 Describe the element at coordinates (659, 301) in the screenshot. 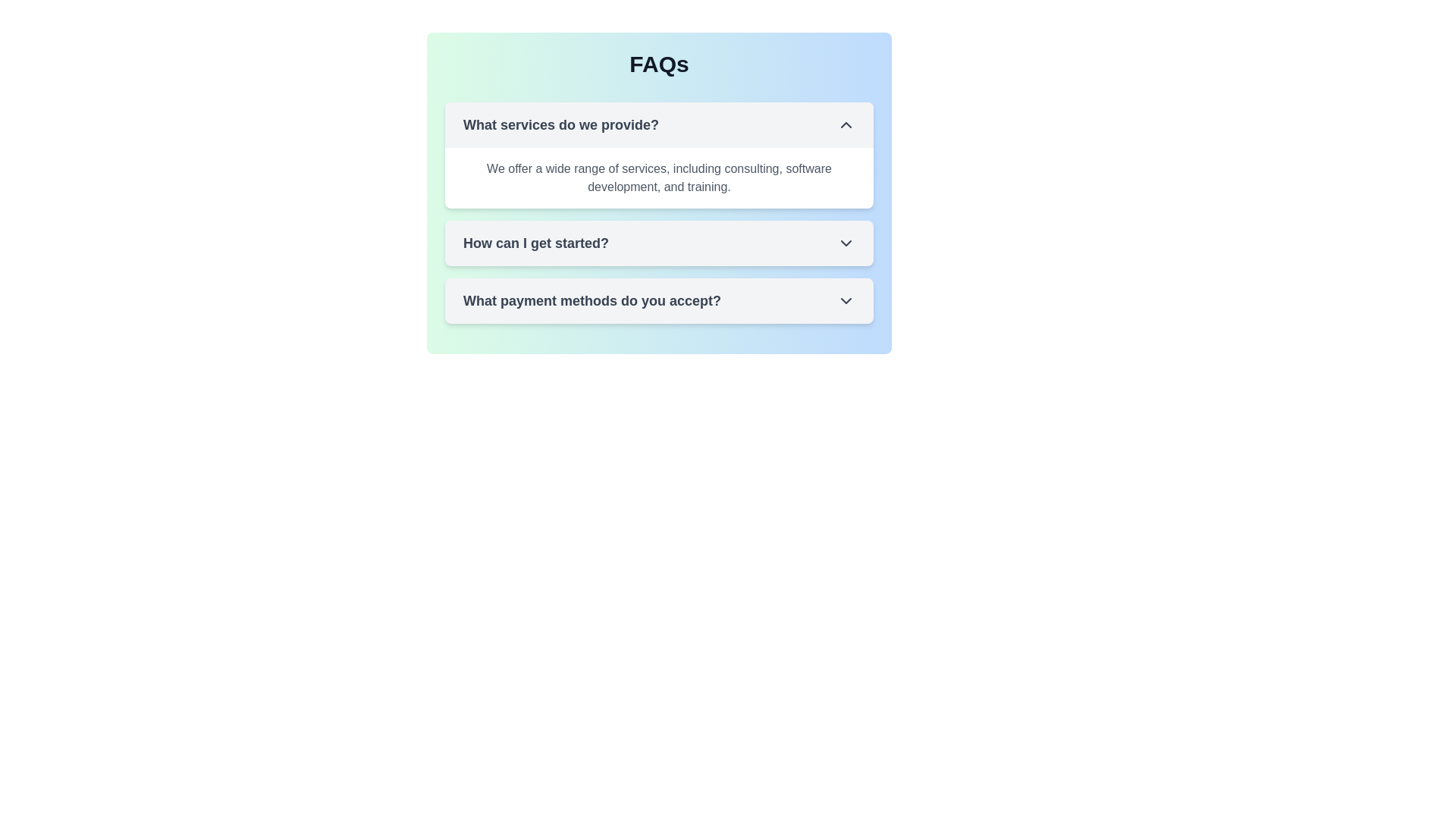

I see `the Interactive FAQ header for payment methods` at that location.